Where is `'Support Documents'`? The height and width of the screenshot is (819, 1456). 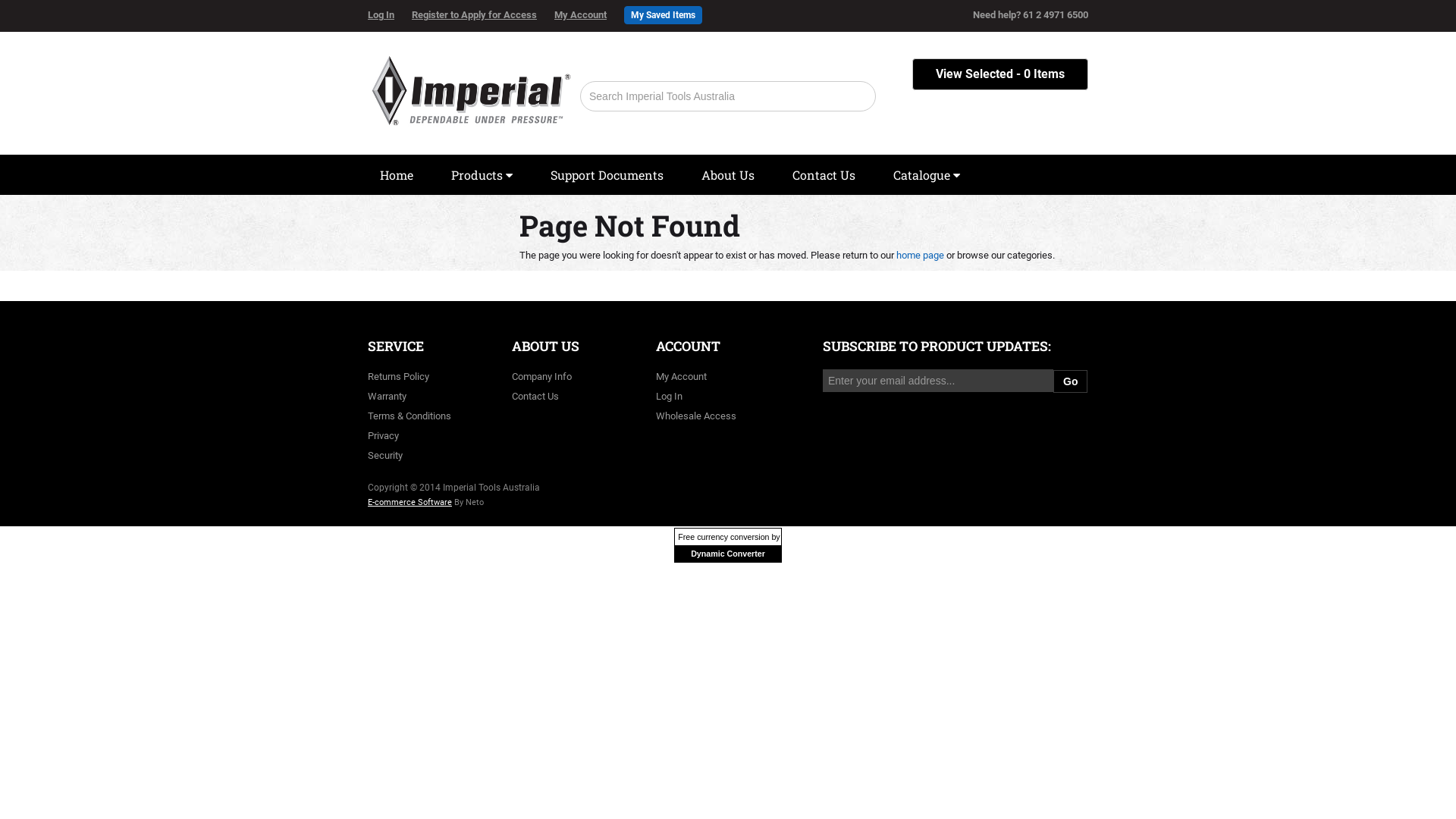
'Support Documents' is located at coordinates (607, 174).